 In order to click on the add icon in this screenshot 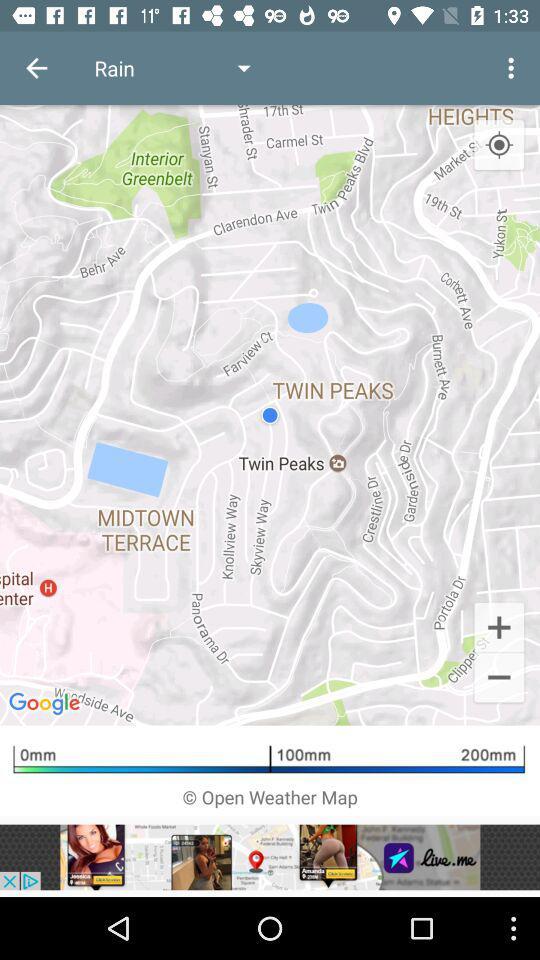, I will do `click(498, 625)`.